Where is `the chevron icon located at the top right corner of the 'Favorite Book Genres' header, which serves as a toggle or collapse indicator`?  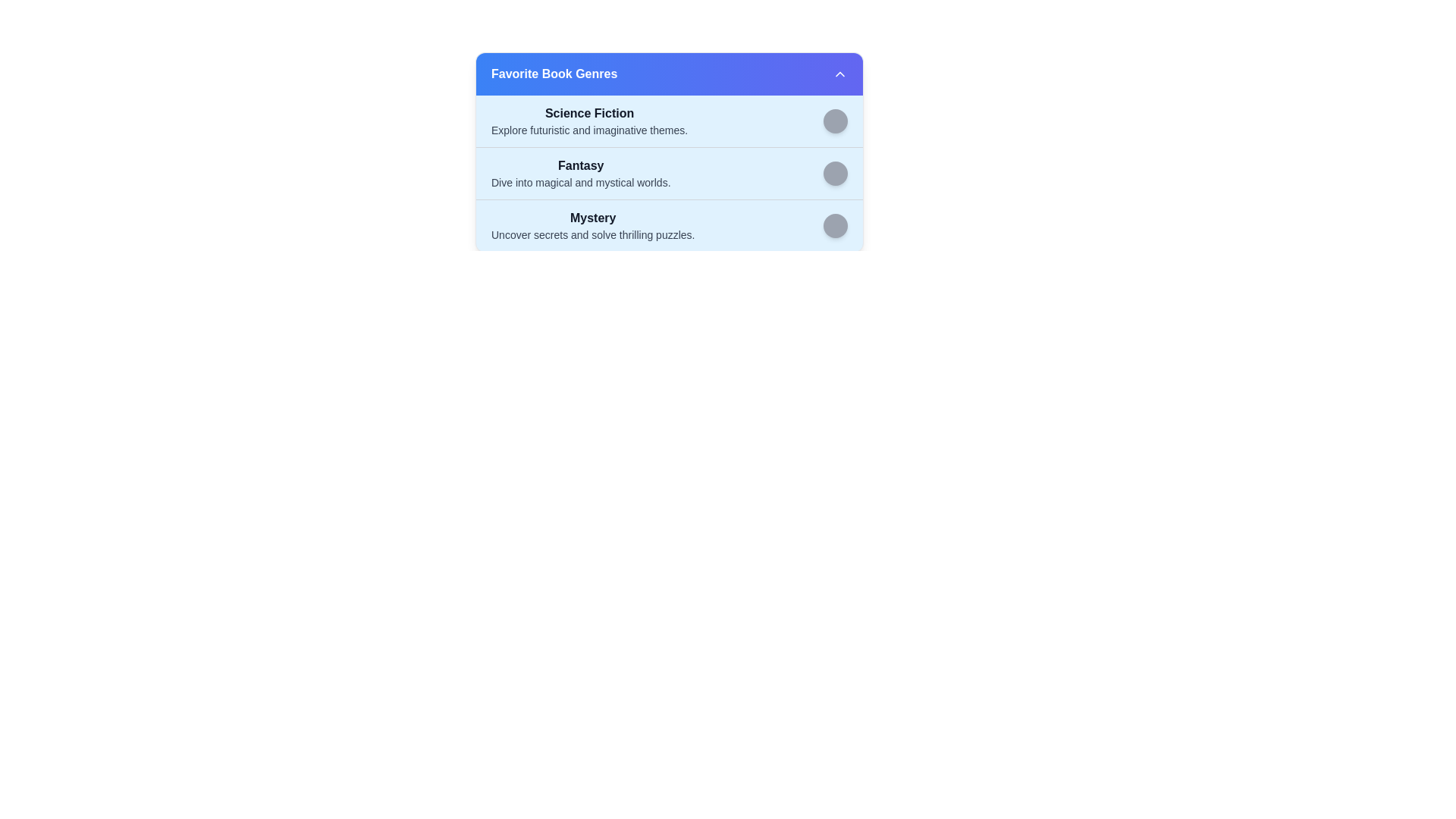 the chevron icon located at the top right corner of the 'Favorite Book Genres' header, which serves as a toggle or collapse indicator is located at coordinates (839, 74).